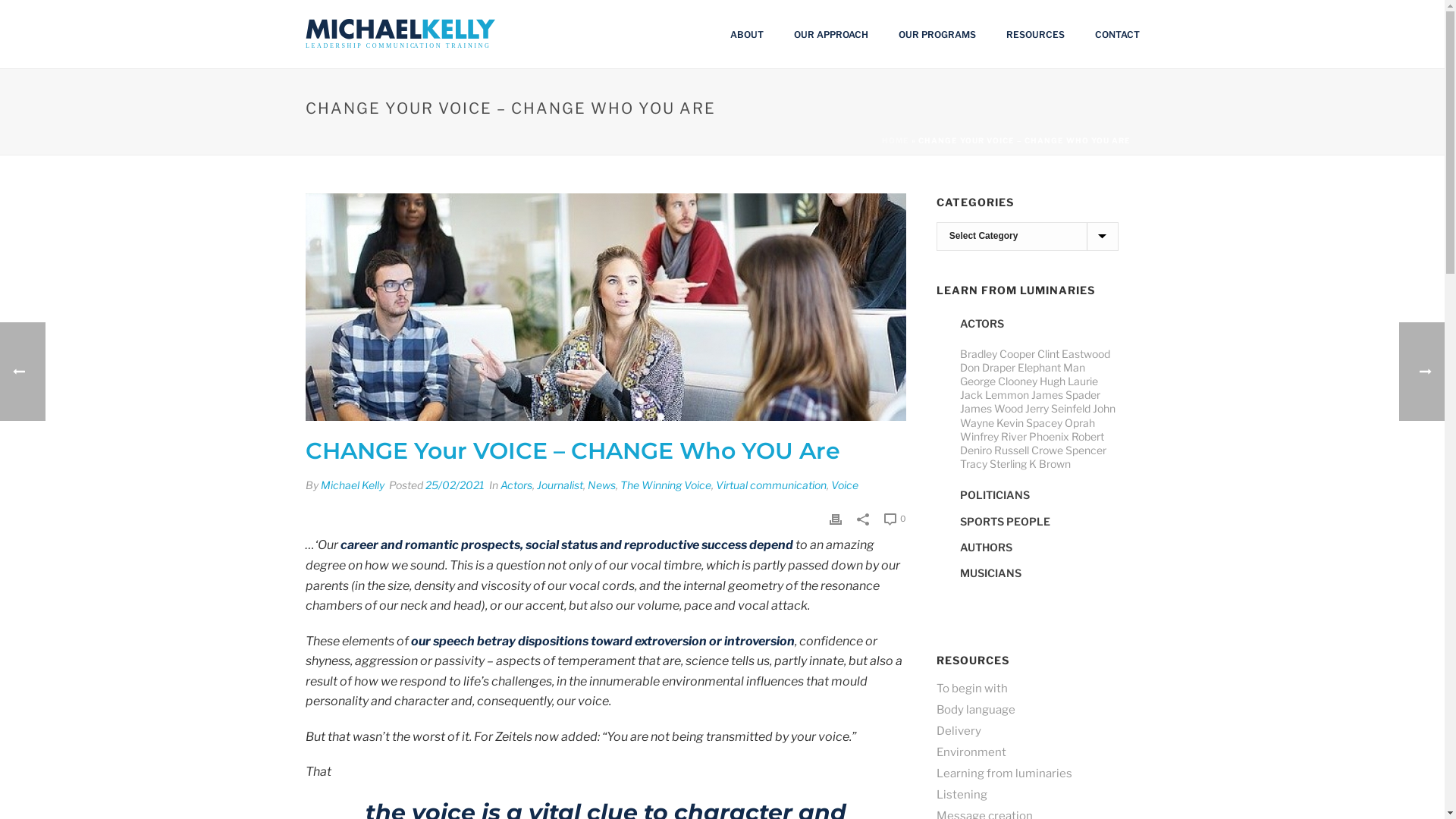 The width and height of the screenshot is (1456, 819). Describe the element at coordinates (961, 794) in the screenshot. I see `'Listening'` at that location.